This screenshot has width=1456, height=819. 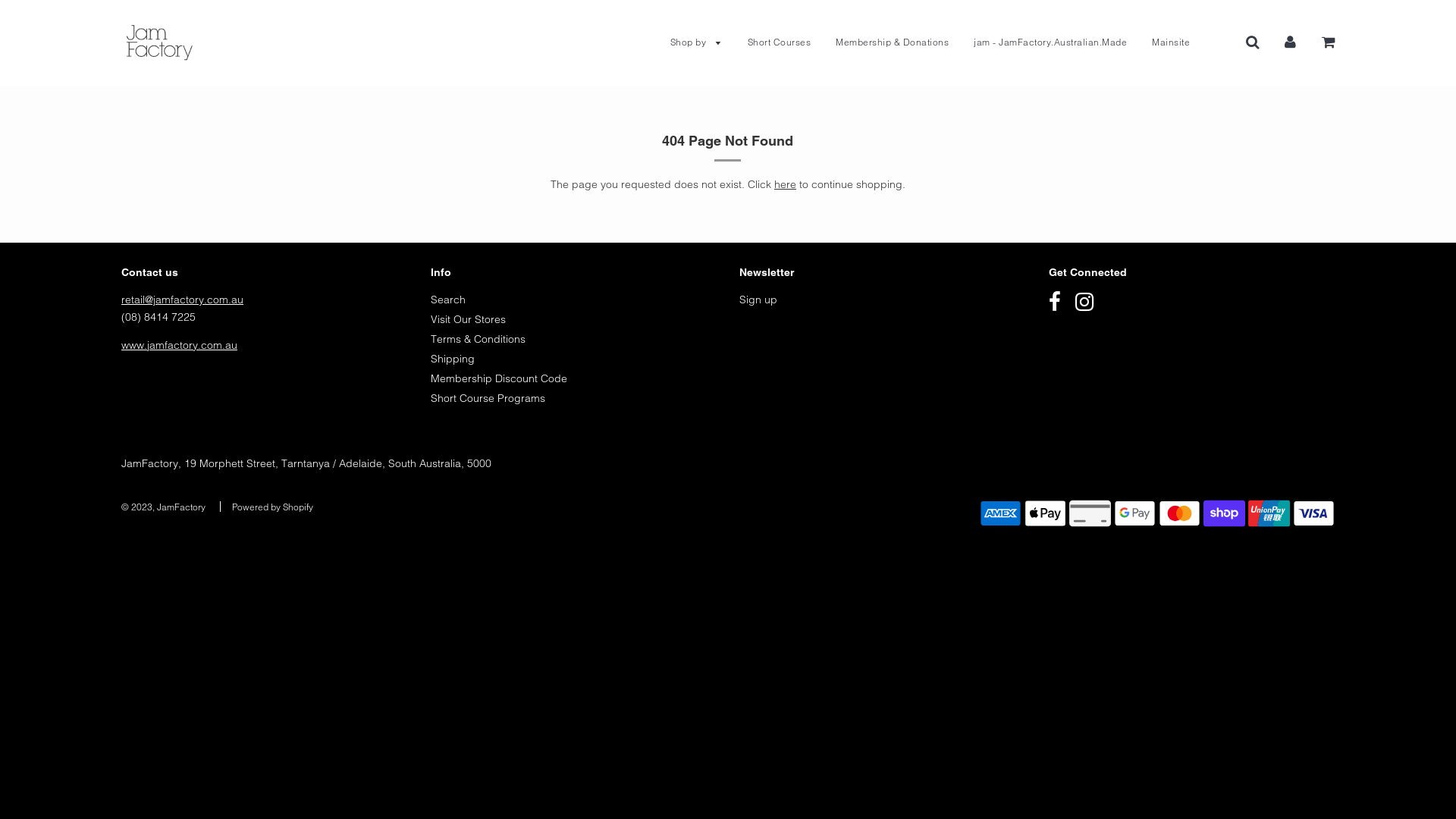 I want to click on 'retail@jamfactory.com.au', so click(x=182, y=299).